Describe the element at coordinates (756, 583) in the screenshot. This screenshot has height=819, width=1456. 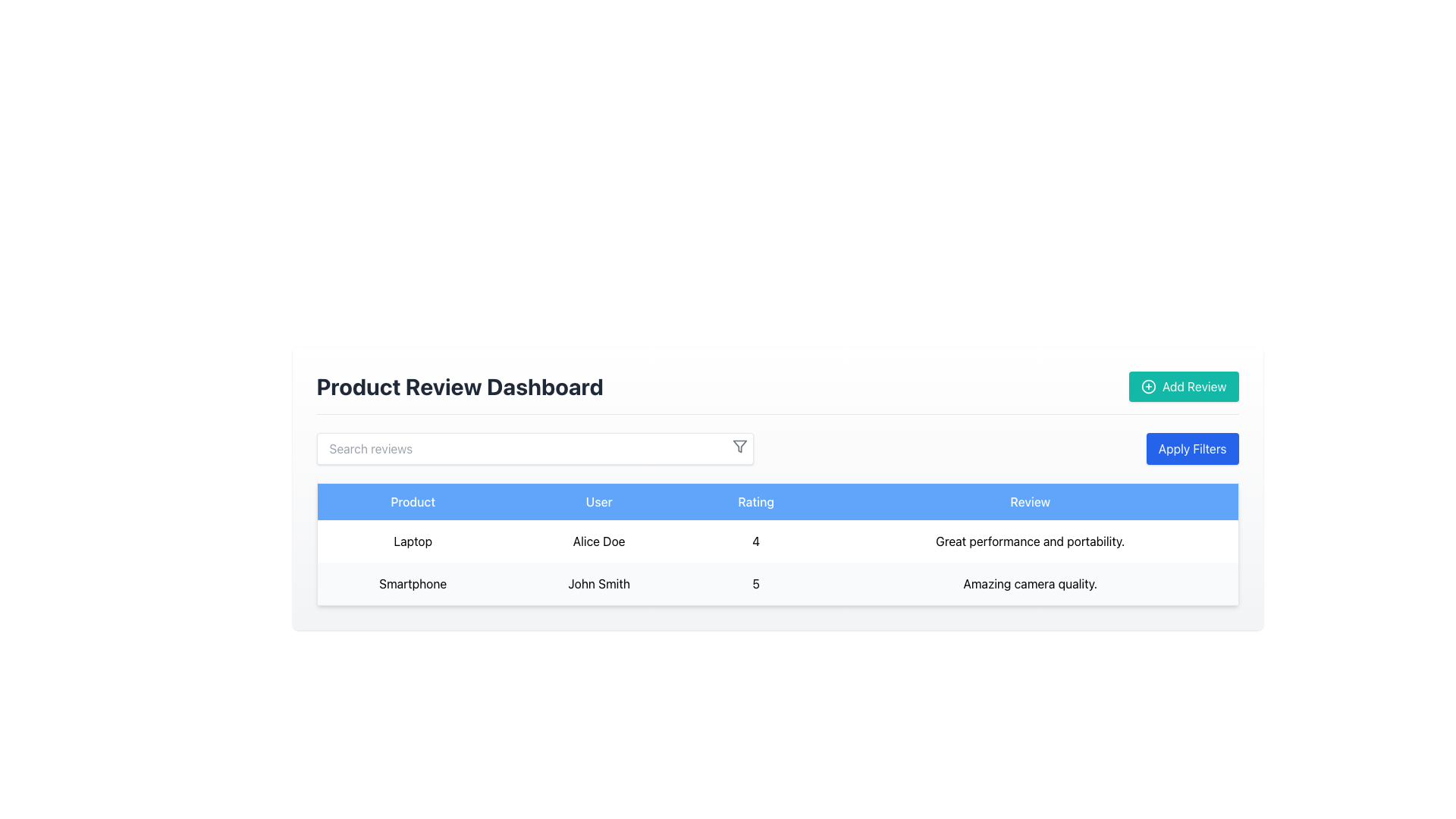
I see `the static text element displaying the numeric value '5' in the 'Rating' column for the user 'John Smith' and the product 'Smartphone'` at that location.